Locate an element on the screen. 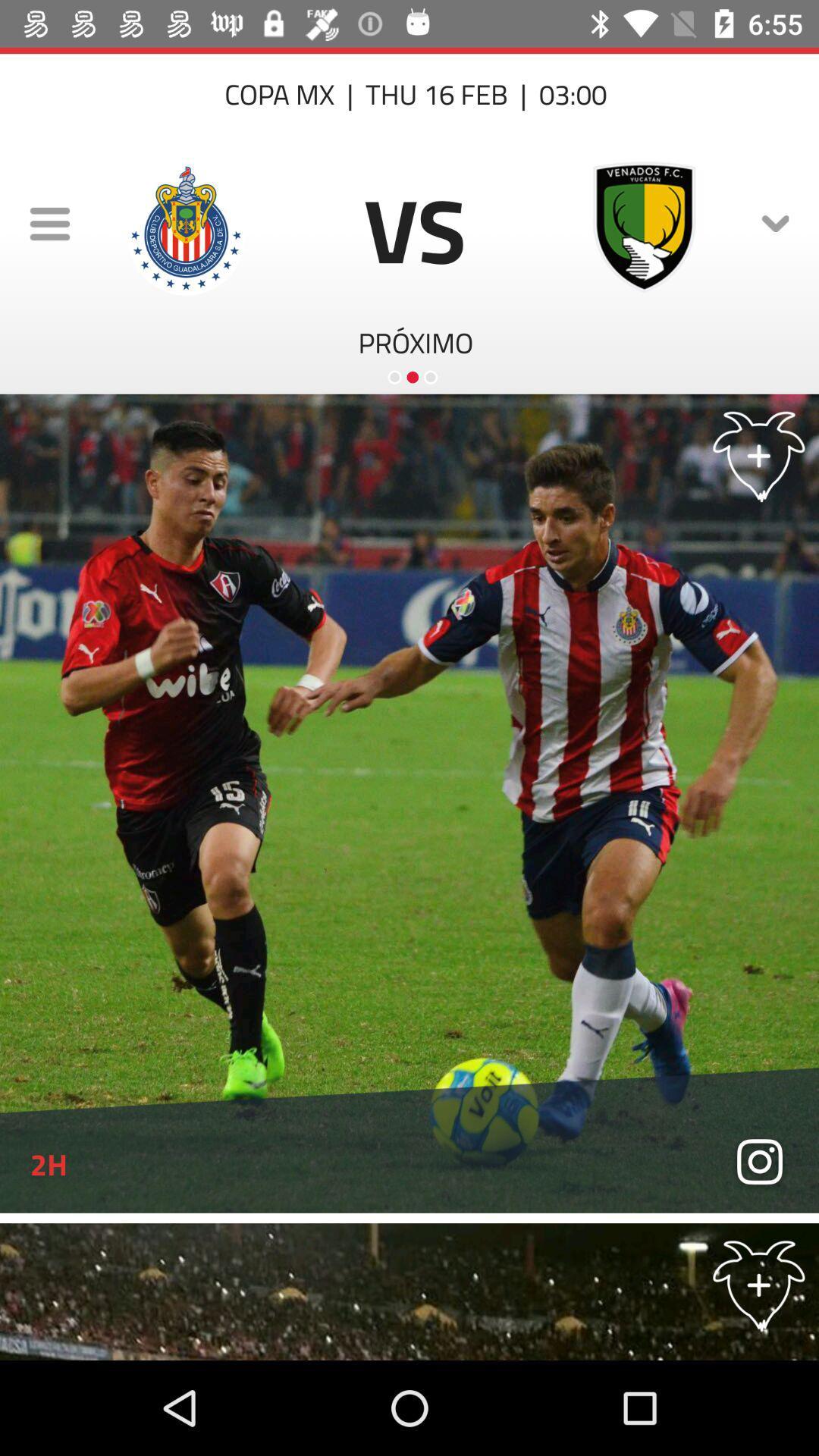  add icon on the first image is located at coordinates (759, 453).